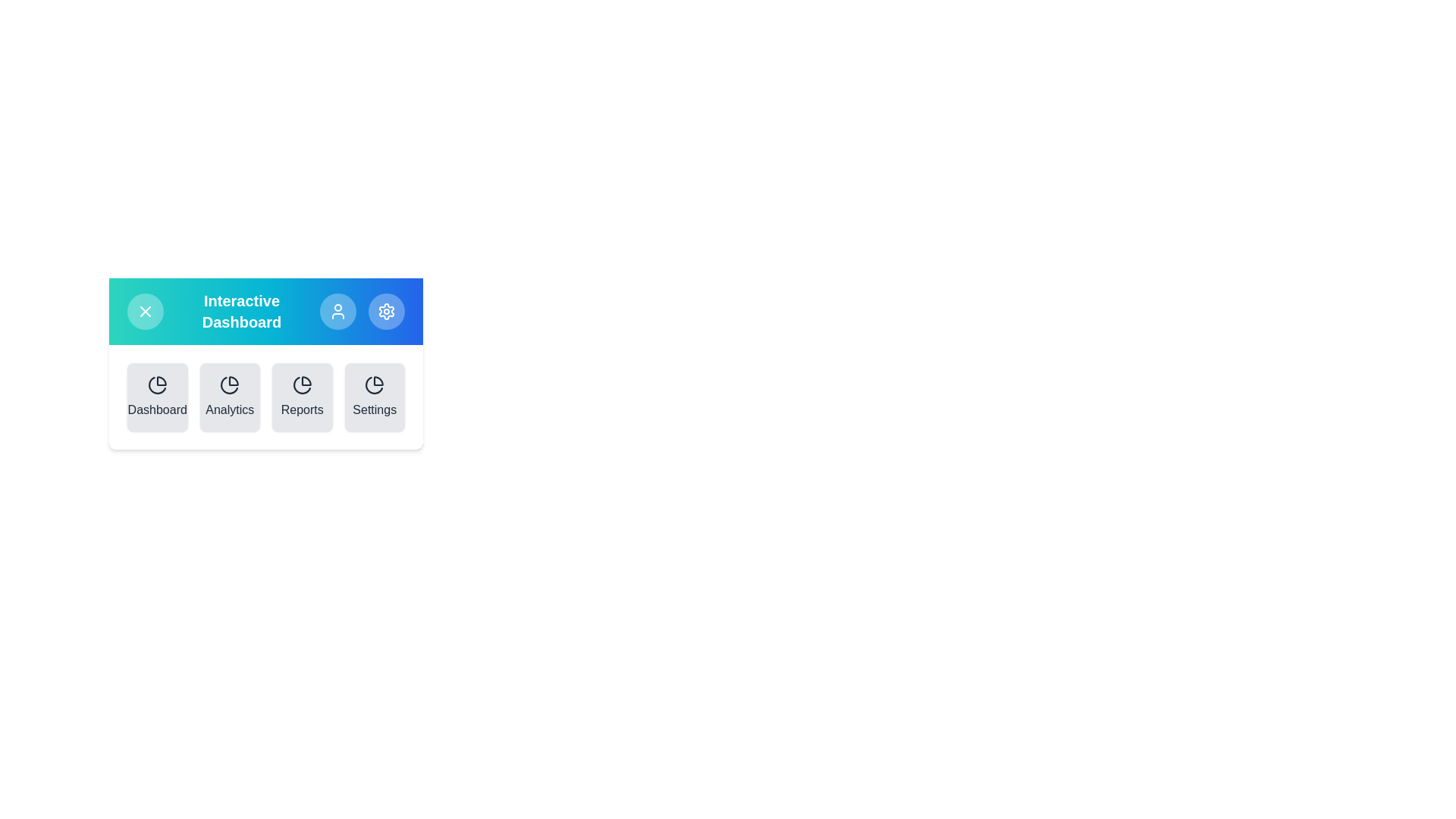  I want to click on the 'Reports' button in the menu to navigate to the Reports section, so click(302, 397).